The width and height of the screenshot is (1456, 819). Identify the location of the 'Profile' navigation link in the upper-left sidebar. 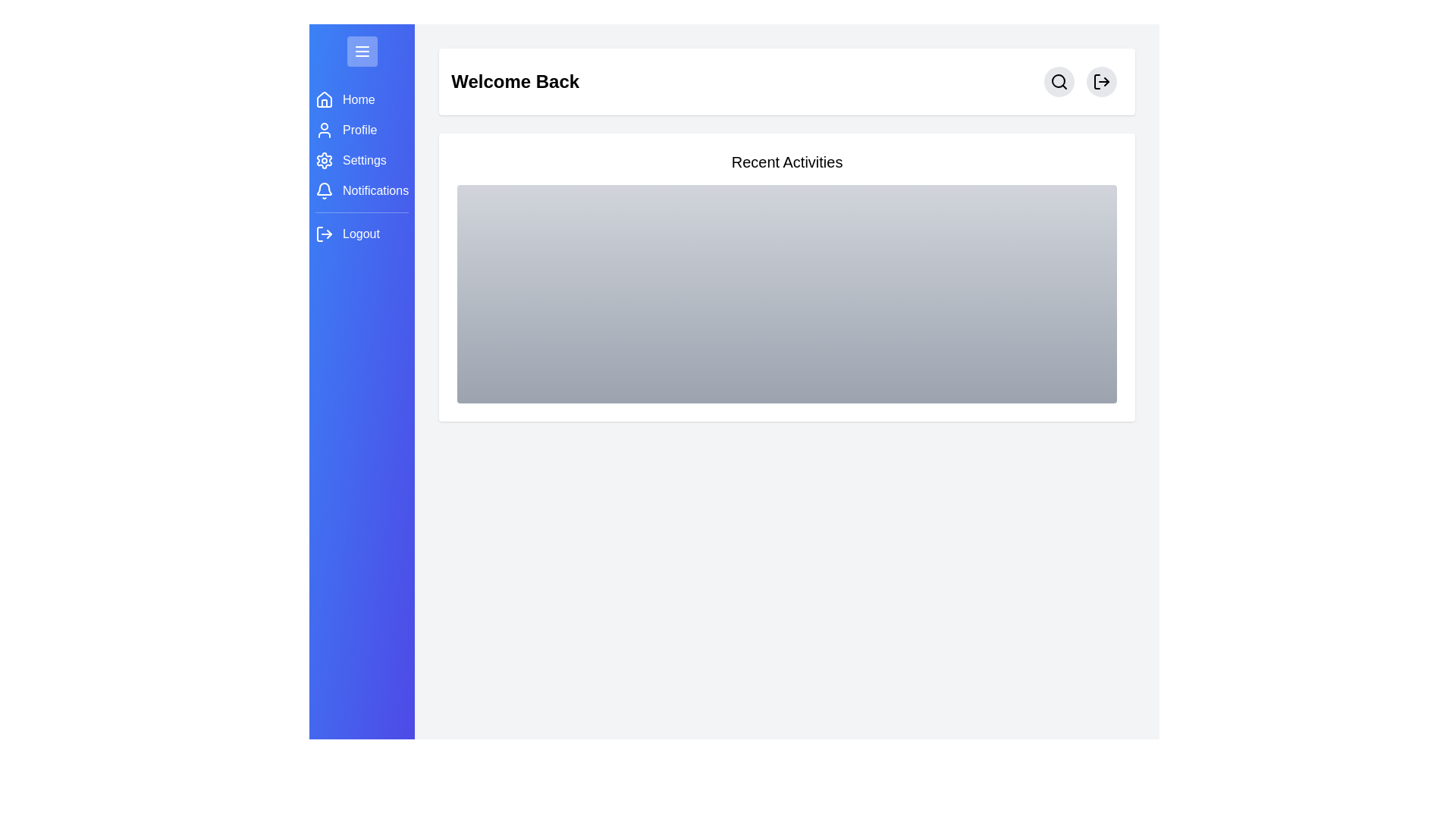
(361, 130).